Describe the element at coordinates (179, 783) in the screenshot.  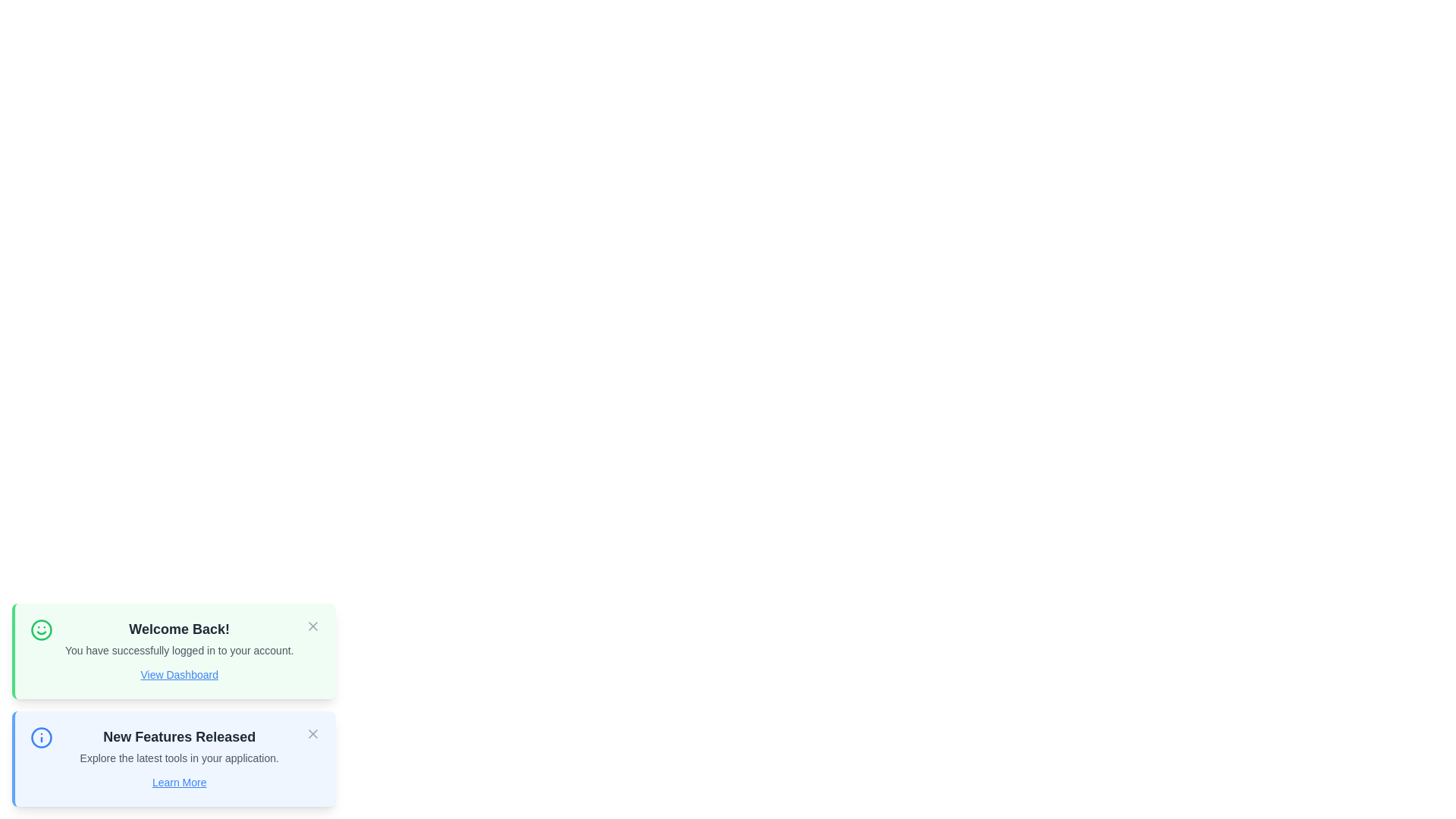
I see `the action link Learn More` at that location.